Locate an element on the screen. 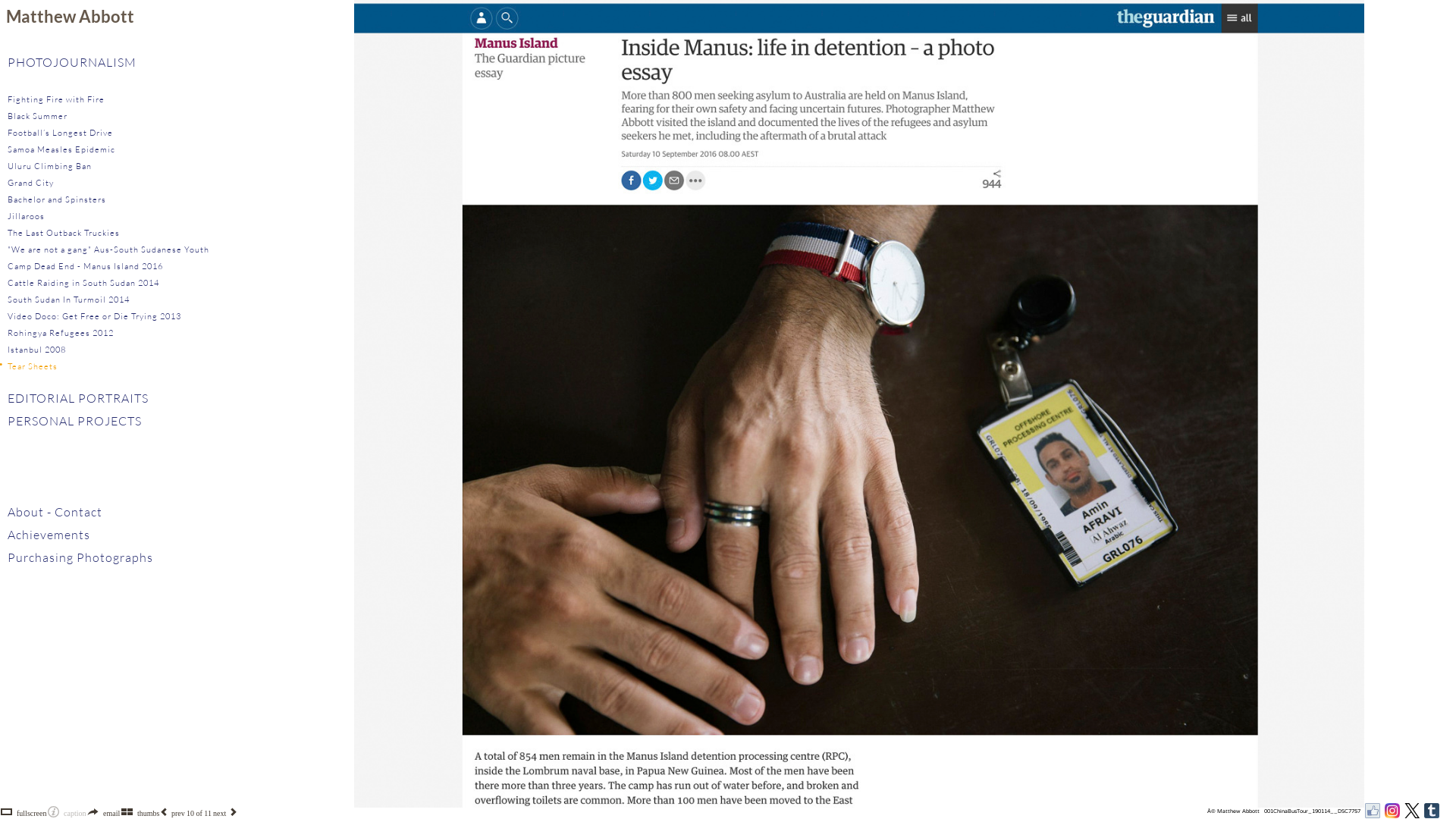  'The Last Outback Truckies' is located at coordinates (62, 233).